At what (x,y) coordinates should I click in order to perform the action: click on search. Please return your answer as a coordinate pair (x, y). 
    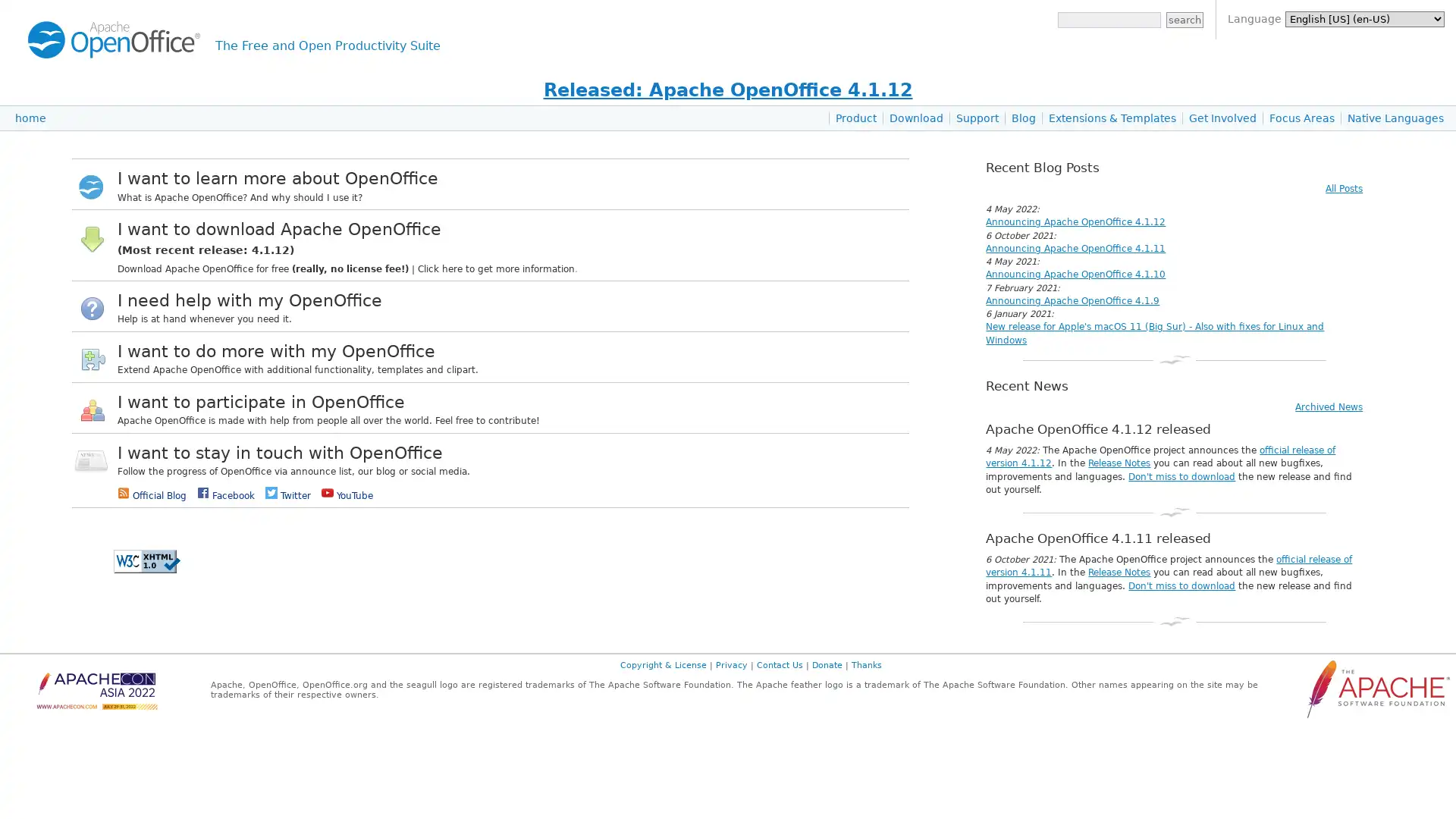
    Looking at the image, I should click on (1184, 20).